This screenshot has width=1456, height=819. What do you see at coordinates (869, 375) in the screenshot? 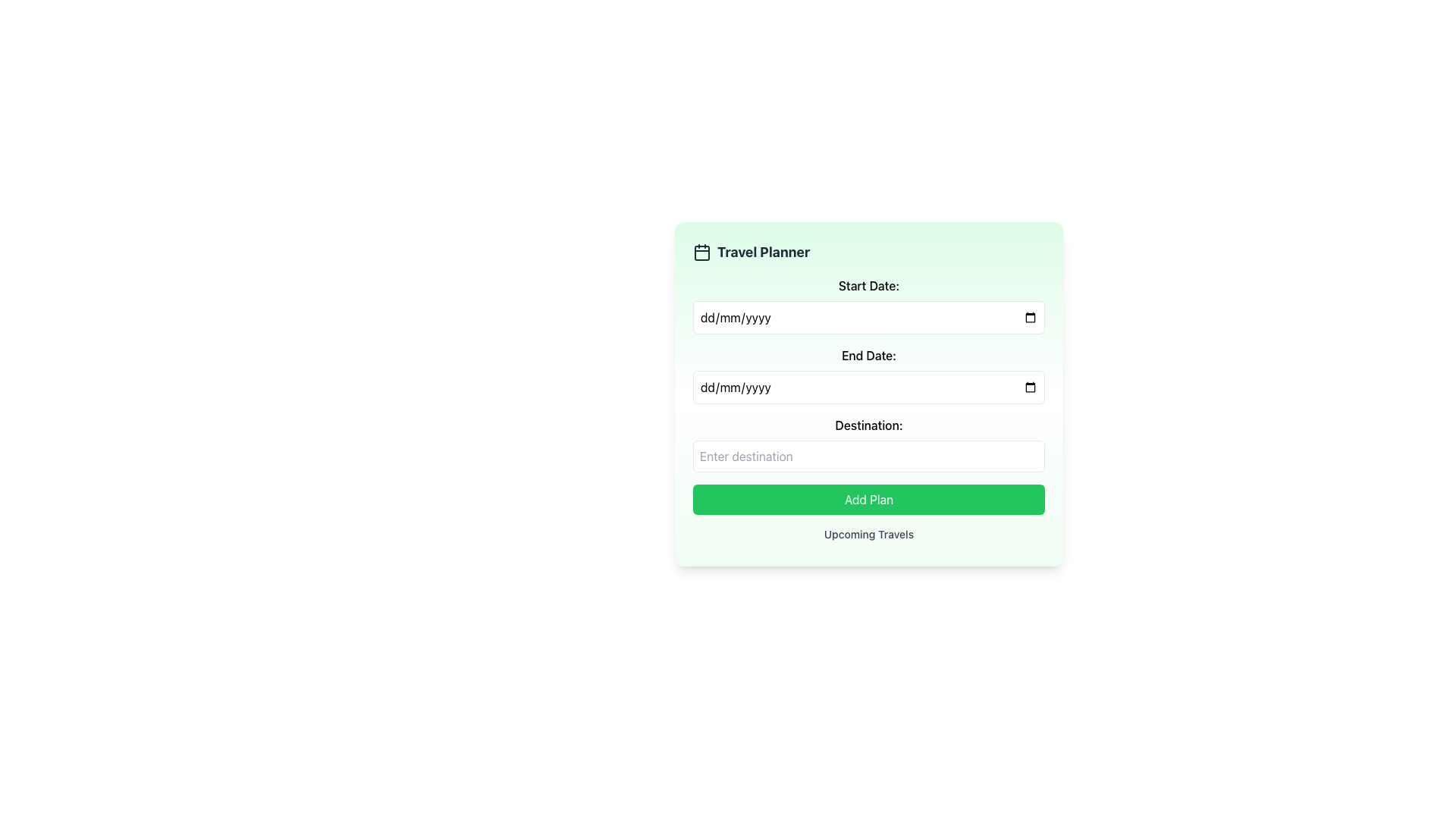
I see `the 'End Date:' input field by moving the cursor to its center point` at bounding box center [869, 375].